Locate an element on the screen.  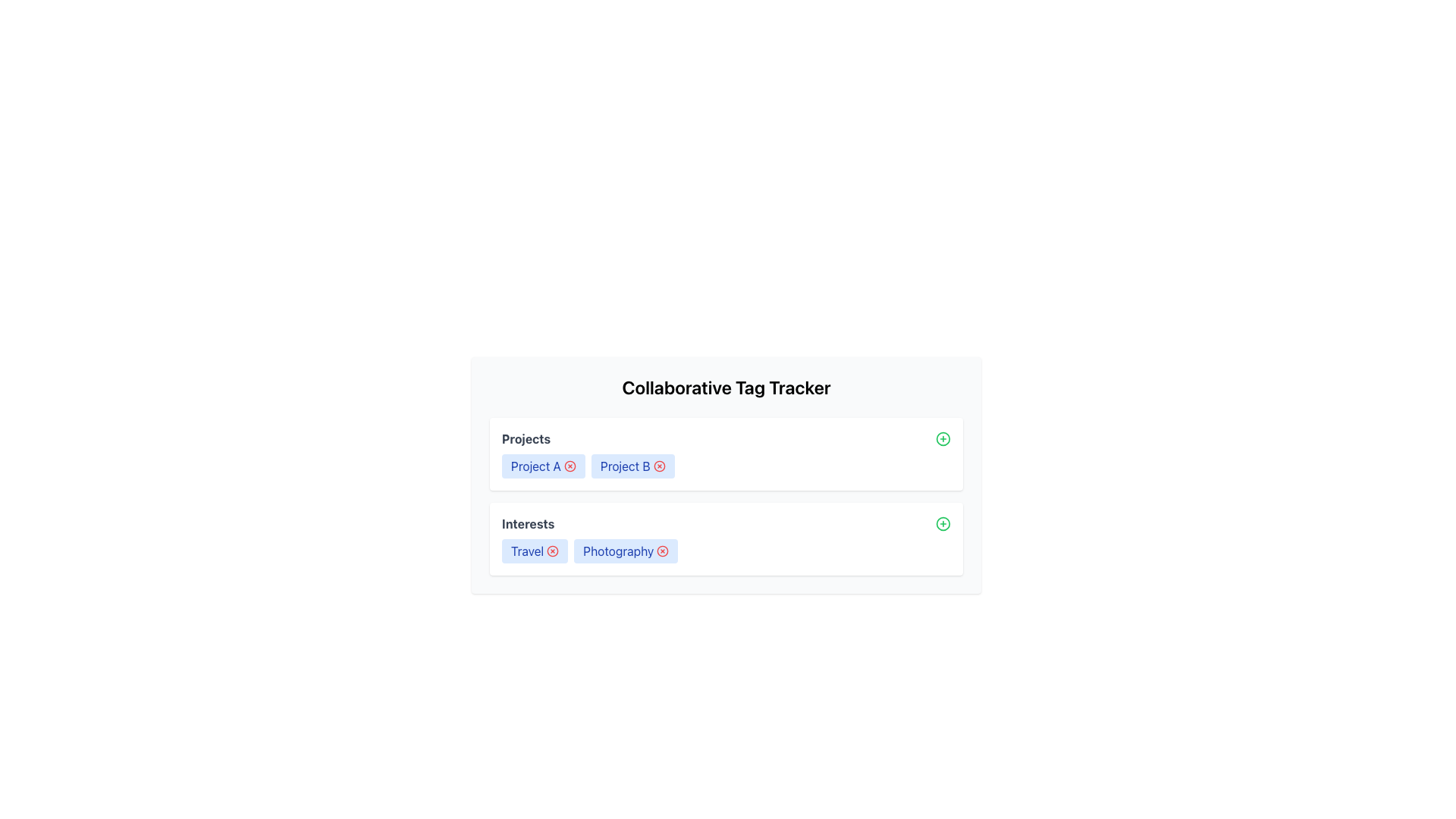
the non-interactive decorative text element that serves as the header for the 'Projects' section is located at coordinates (526, 438).